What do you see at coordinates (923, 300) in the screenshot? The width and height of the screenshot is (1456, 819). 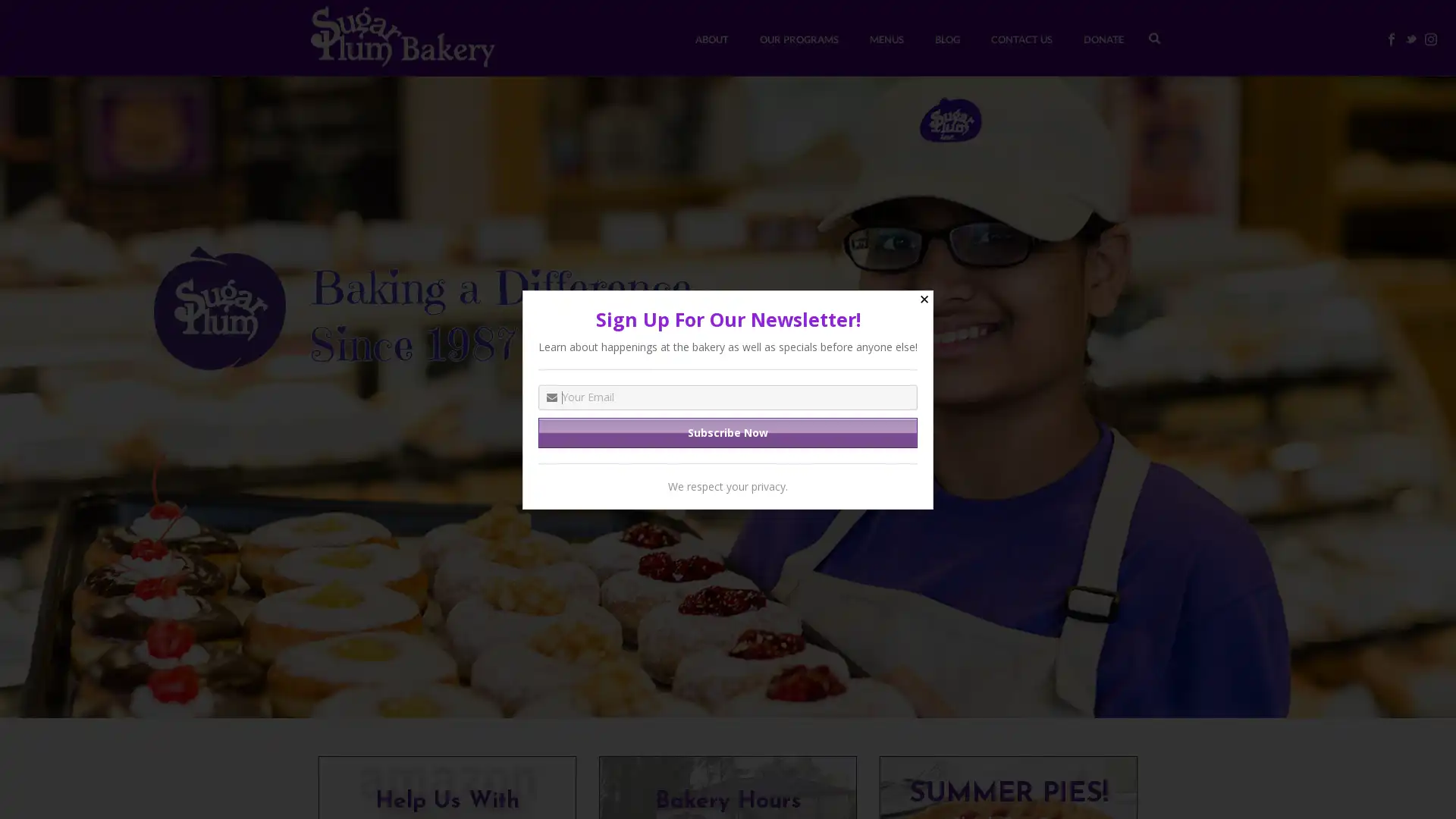 I see `Close` at bounding box center [923, 300].